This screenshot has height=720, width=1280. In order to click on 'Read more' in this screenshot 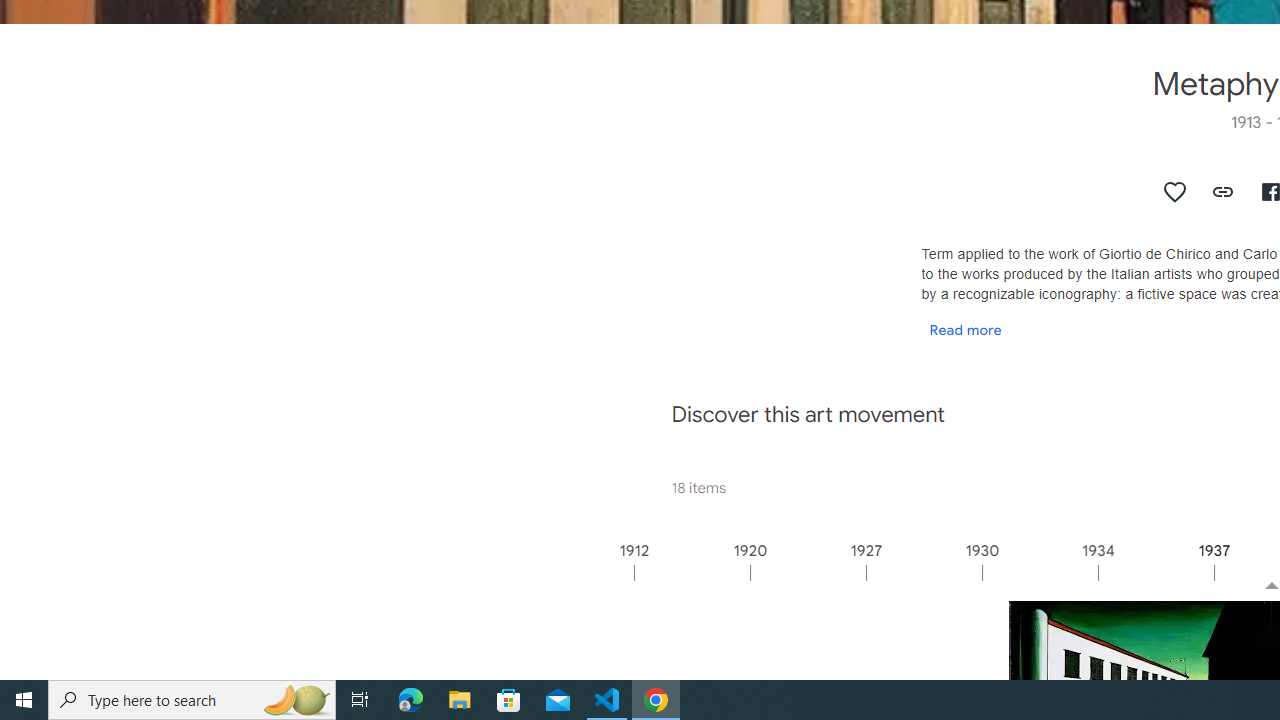, I will do `click(965, 328)`.